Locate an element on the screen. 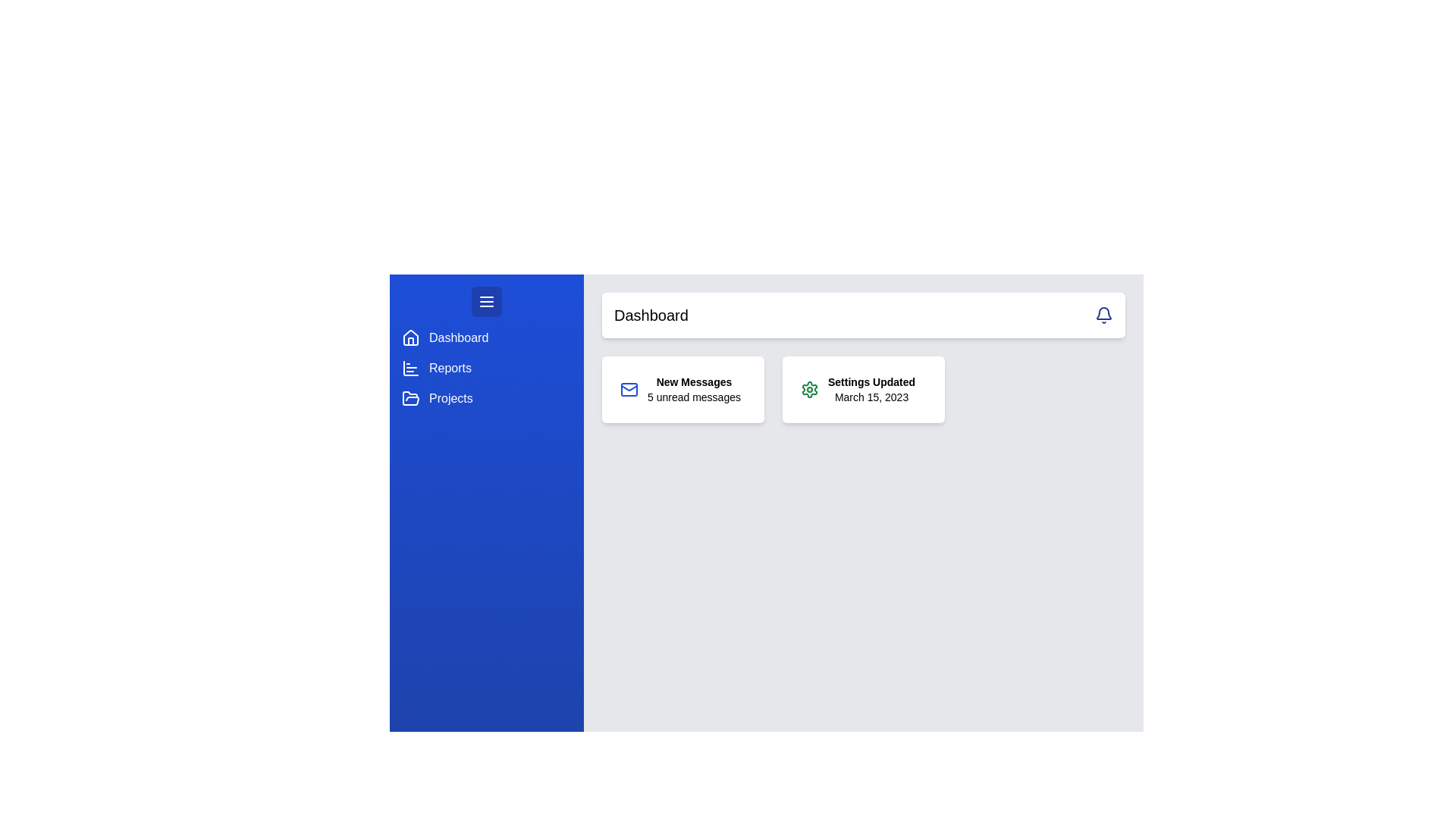  the 'New Messages' icon located in the center-left portion of the card is located at coordinates (629, 388).